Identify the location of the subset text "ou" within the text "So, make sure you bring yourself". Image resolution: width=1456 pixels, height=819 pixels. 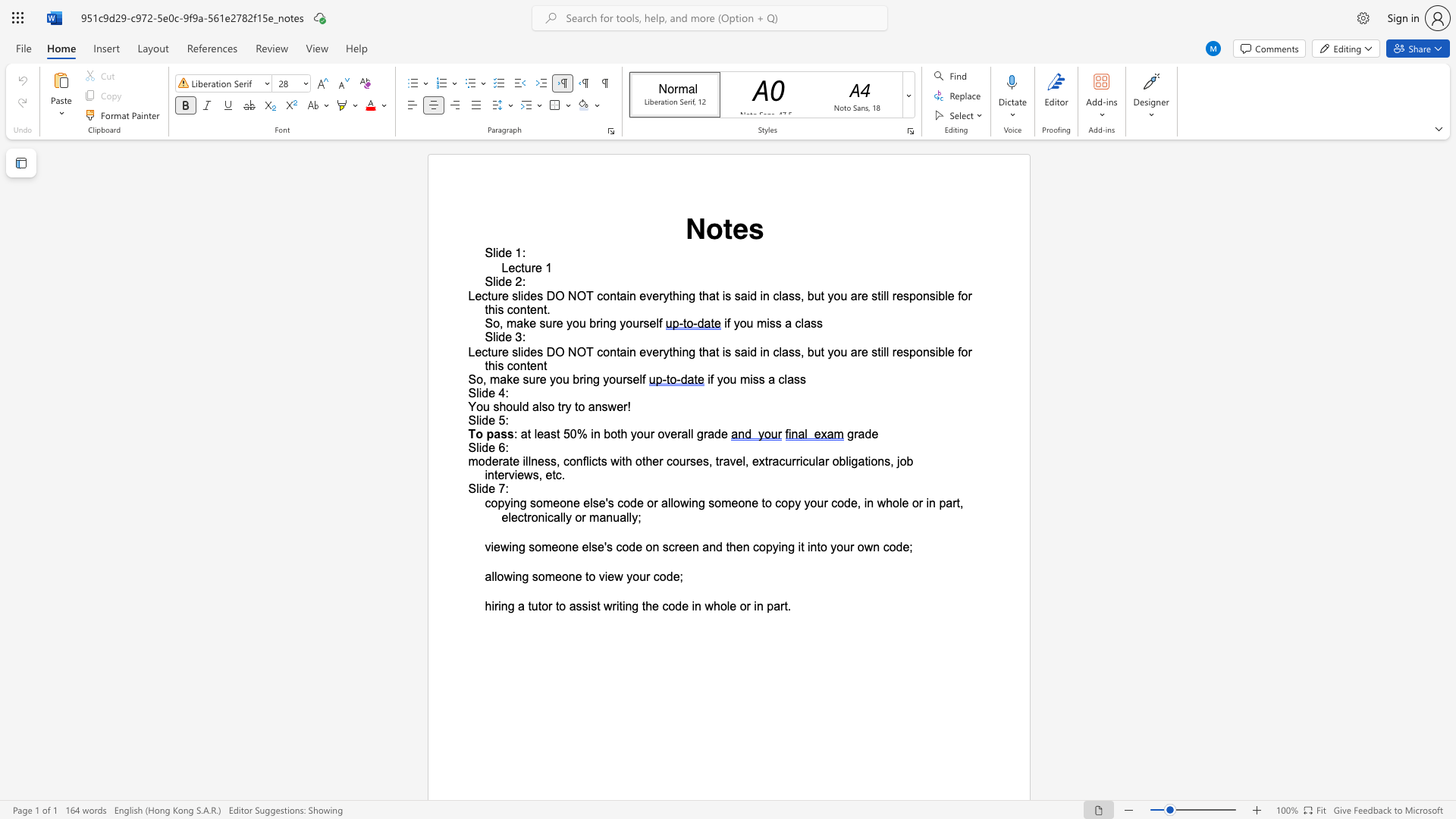
(626, 322).